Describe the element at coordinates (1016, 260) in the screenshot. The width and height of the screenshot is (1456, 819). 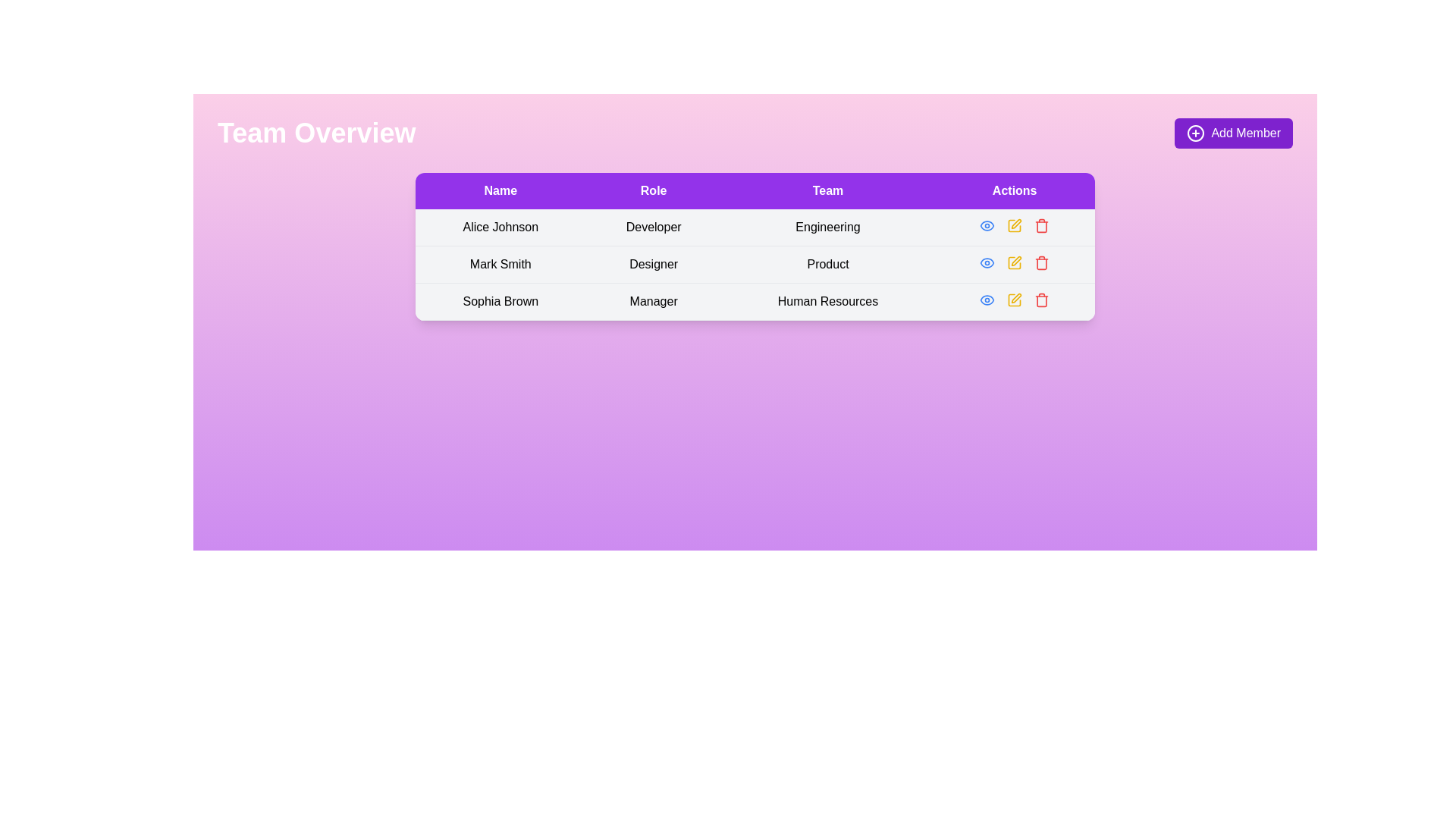
I see `the pen-shaped icon button, which is located` at that location.